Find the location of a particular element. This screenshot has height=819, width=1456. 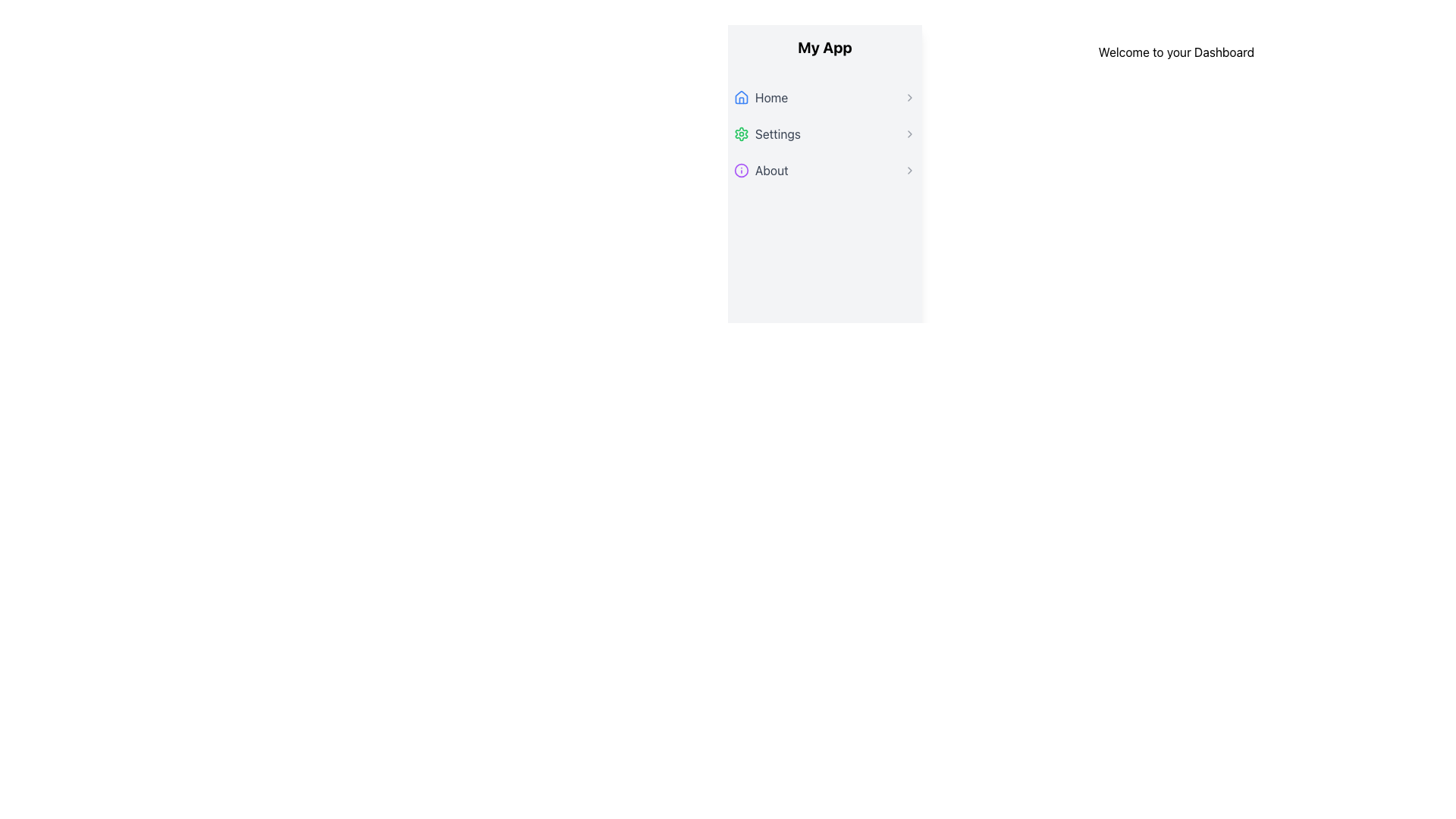

the 'Home' icon located to the left of the 'Home' menu item label in the main sidebar of the application interface is located at coordinates (742, 97).